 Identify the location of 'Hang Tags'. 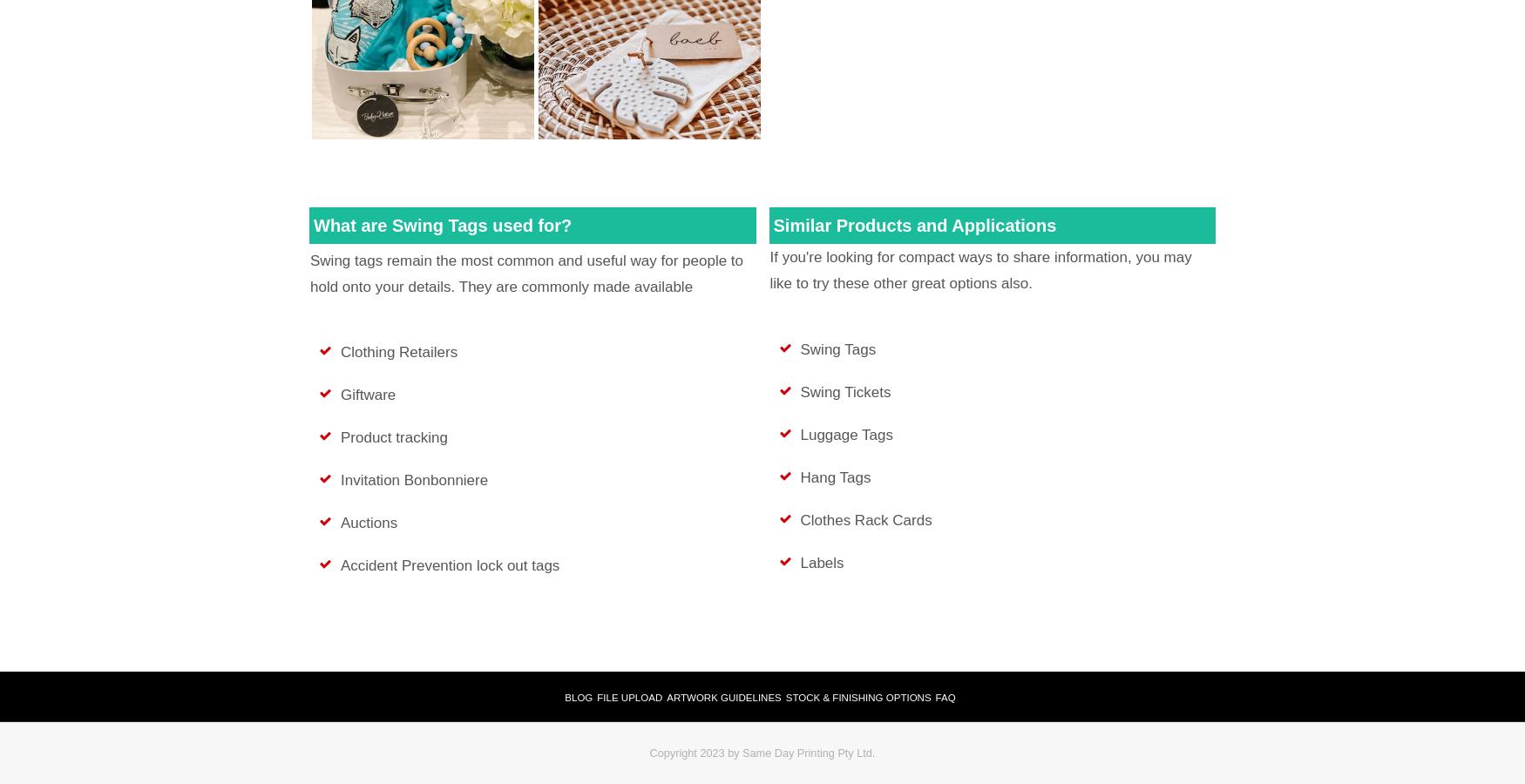
(835, 476).